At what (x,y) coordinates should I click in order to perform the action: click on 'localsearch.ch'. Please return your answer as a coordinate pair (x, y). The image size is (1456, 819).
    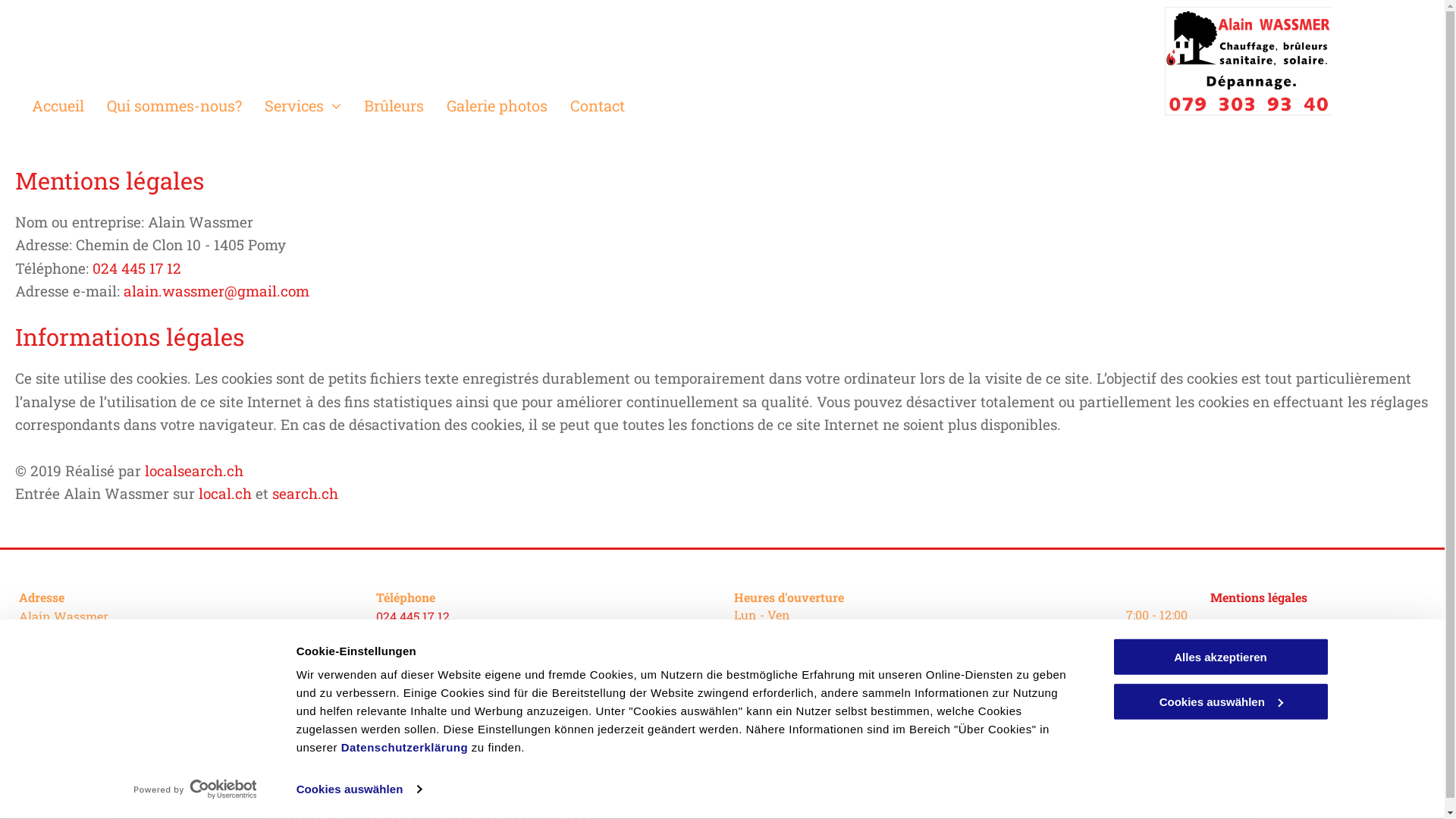
    Looking at the image, I should click on (193, 469).